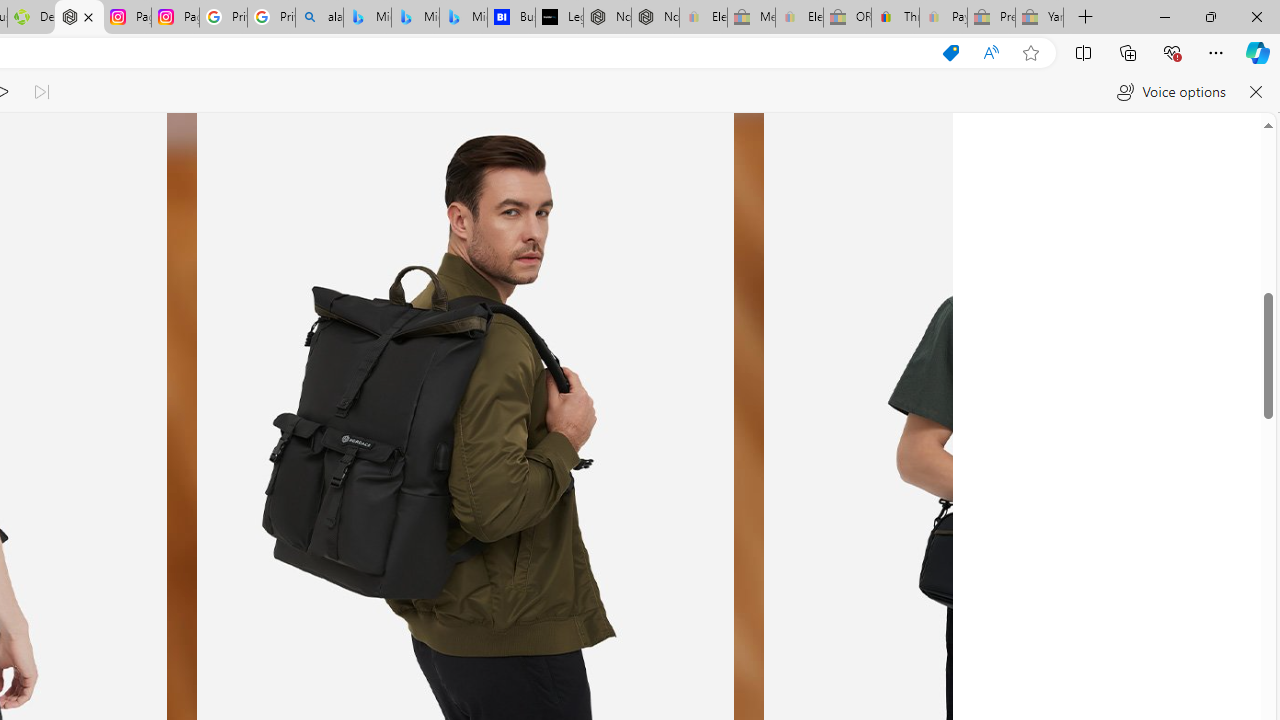 Image resolution: width=1280 pixels, height=720 pixels. What do you see at coordinates (1082, 51) in the screenshot?
I see `'Split screen'` at bounding box center [1082, 51].